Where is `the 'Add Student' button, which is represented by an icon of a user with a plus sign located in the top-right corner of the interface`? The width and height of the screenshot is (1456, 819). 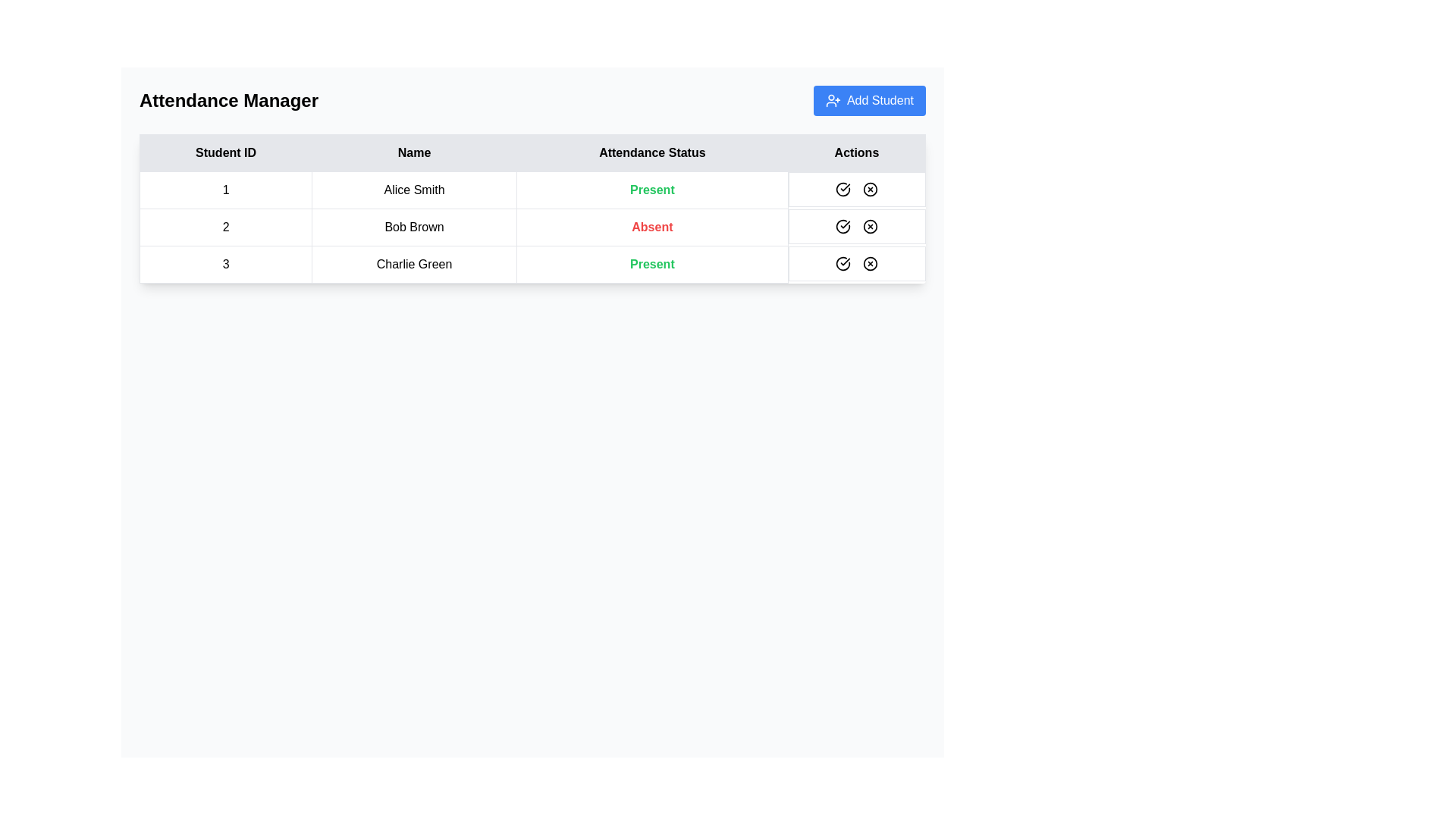 the 'Add Student' button, which is represented by an icon of a user with a plus sign located in the top-right corner of the interface is located at coordinates (833, 100).